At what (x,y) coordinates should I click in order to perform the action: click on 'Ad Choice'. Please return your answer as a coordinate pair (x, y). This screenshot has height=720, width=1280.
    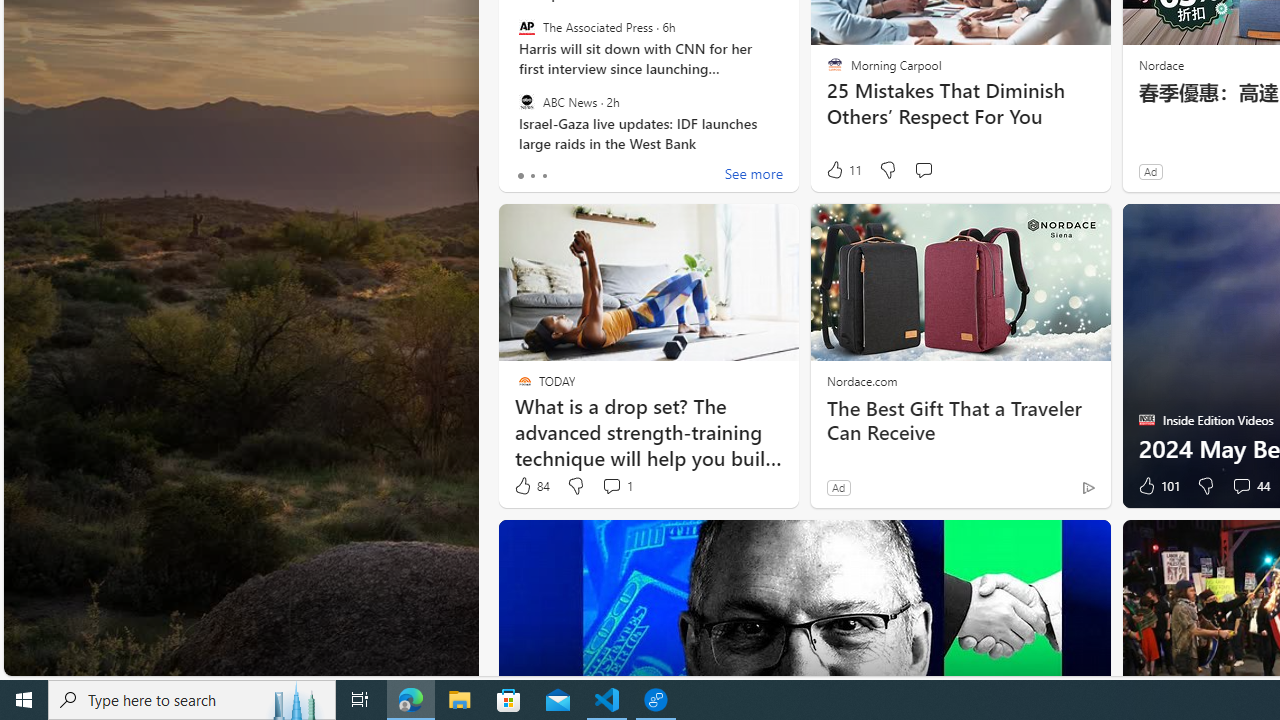
    Looking at the image, I should click on (1087, 487).